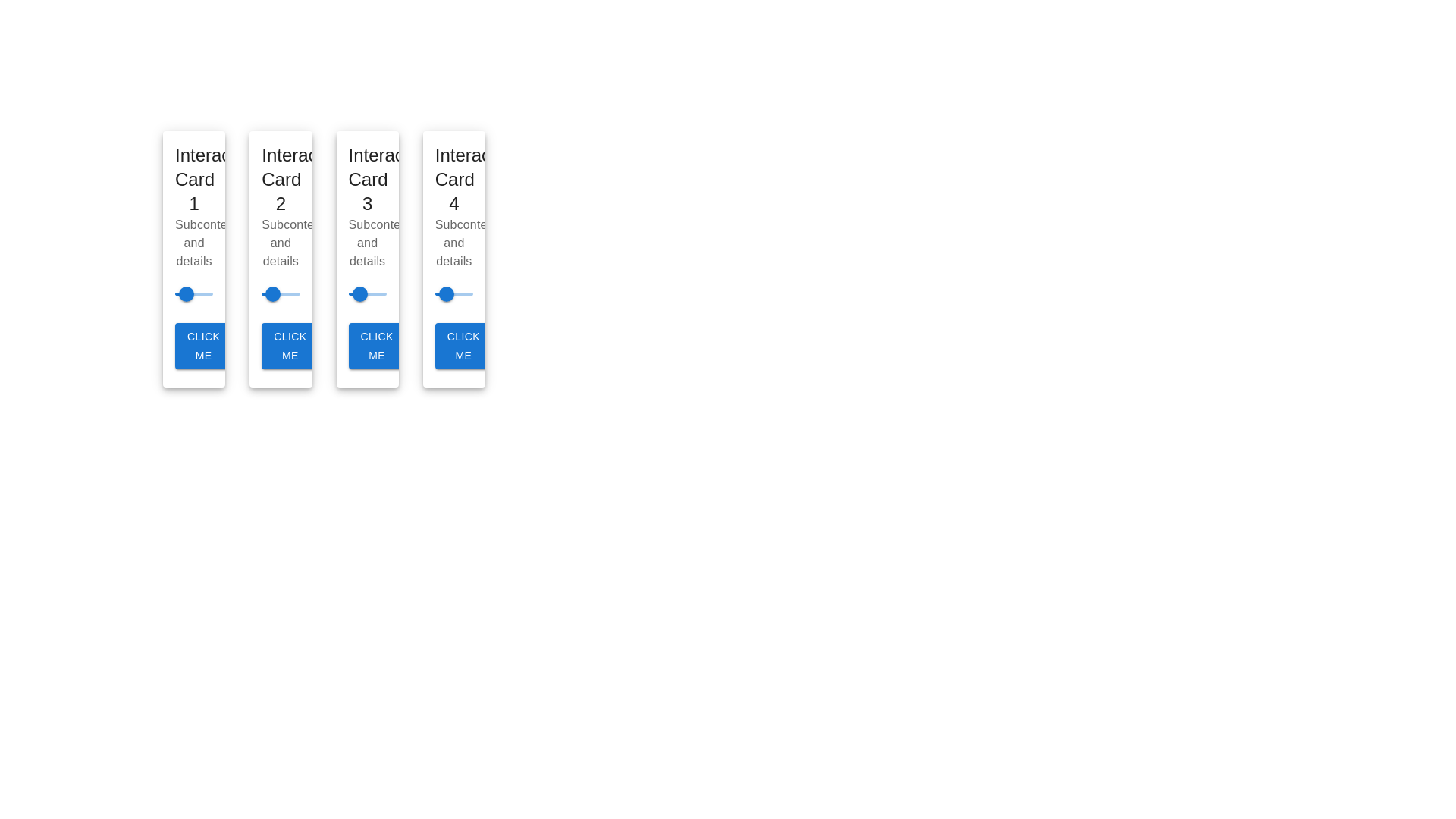 The width and height of the screenshot is (1456, 819). Describe the element at coordinates (202, 346) in the screenshot. I see `the interactive button located at the bottom of the first card, directly below the text 'Interactive Card 1' and a slider component` at that location.